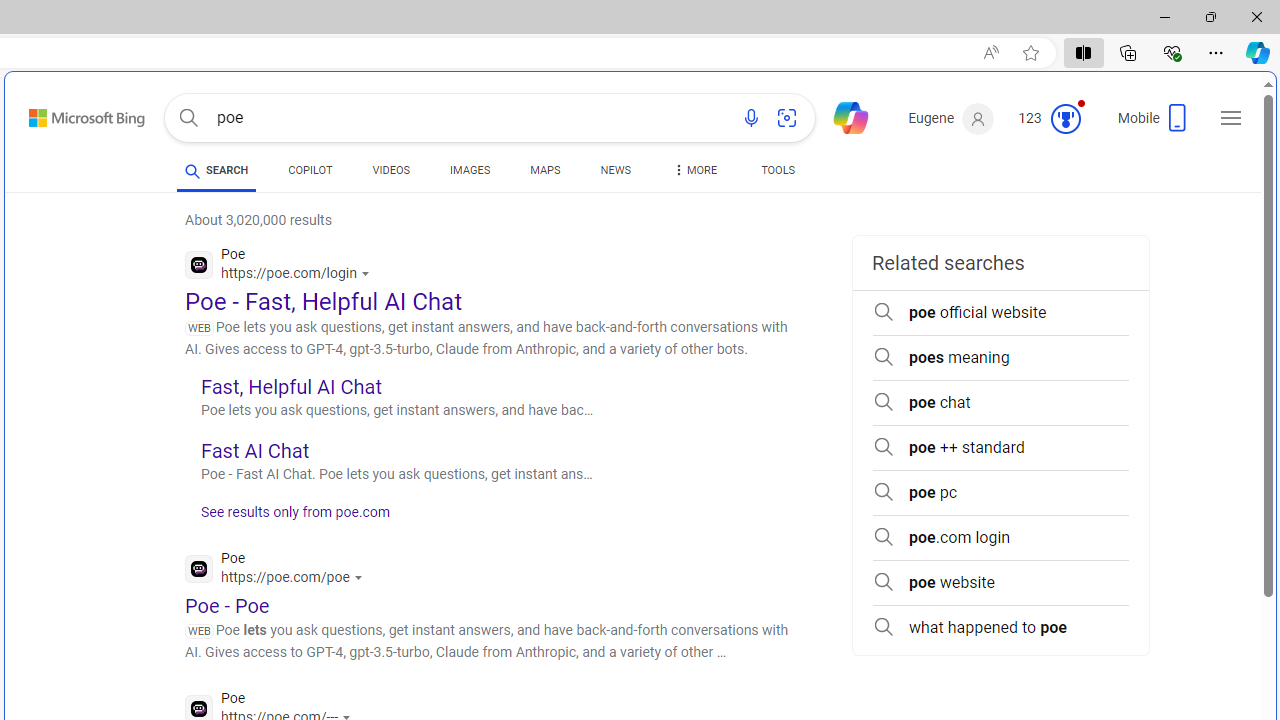 This screenshot has height=720, width=1280. Describe the element at coordinates (1000, 312) in the screenshot. I see `'poe official website'` at that location.